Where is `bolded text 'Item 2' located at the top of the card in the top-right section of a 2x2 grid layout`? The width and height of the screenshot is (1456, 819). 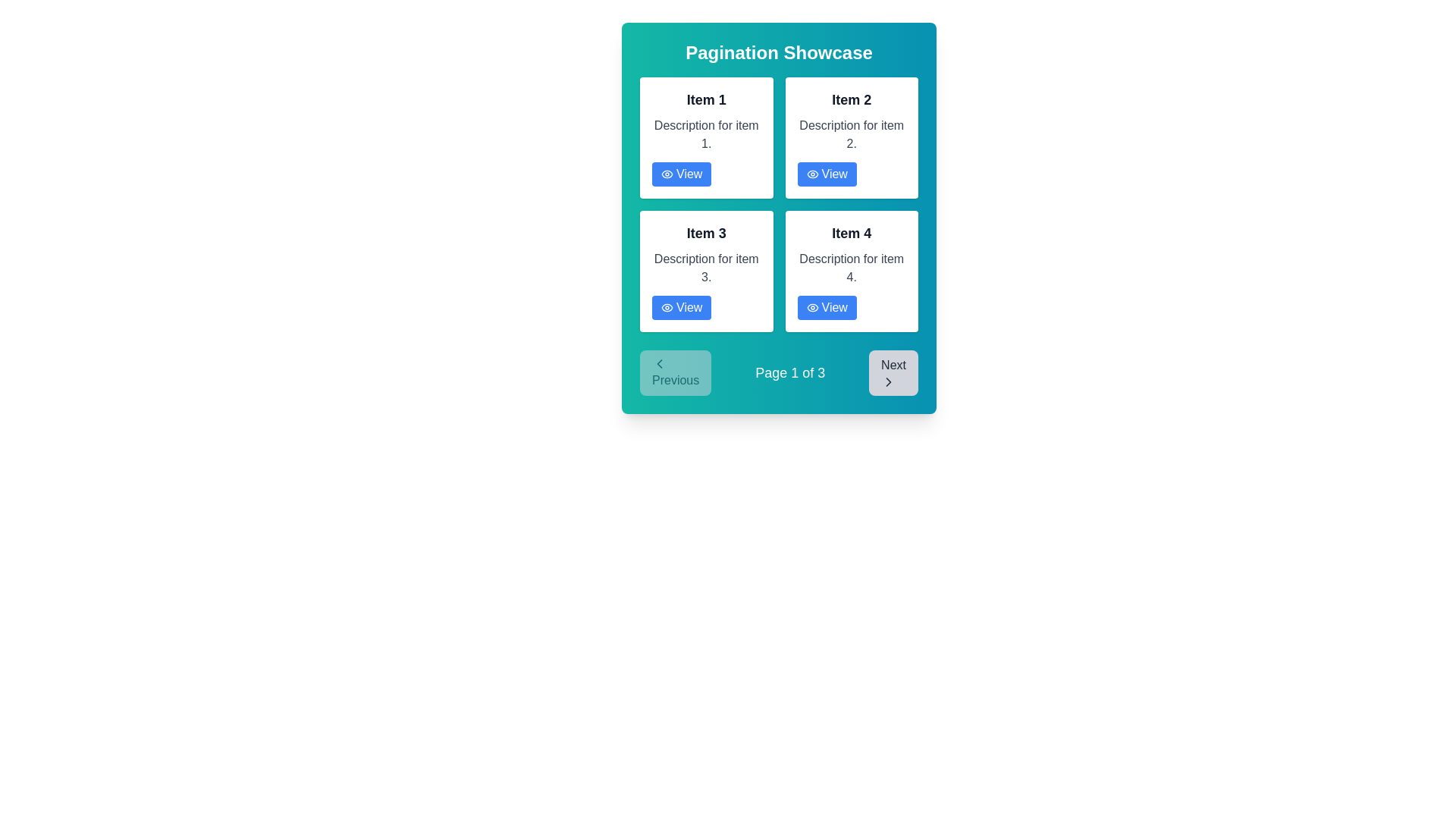
bolded text 'Item 2' located at the top of the card in the top-right section of a 2x2 grid layout is located at coordinates (852, 99).